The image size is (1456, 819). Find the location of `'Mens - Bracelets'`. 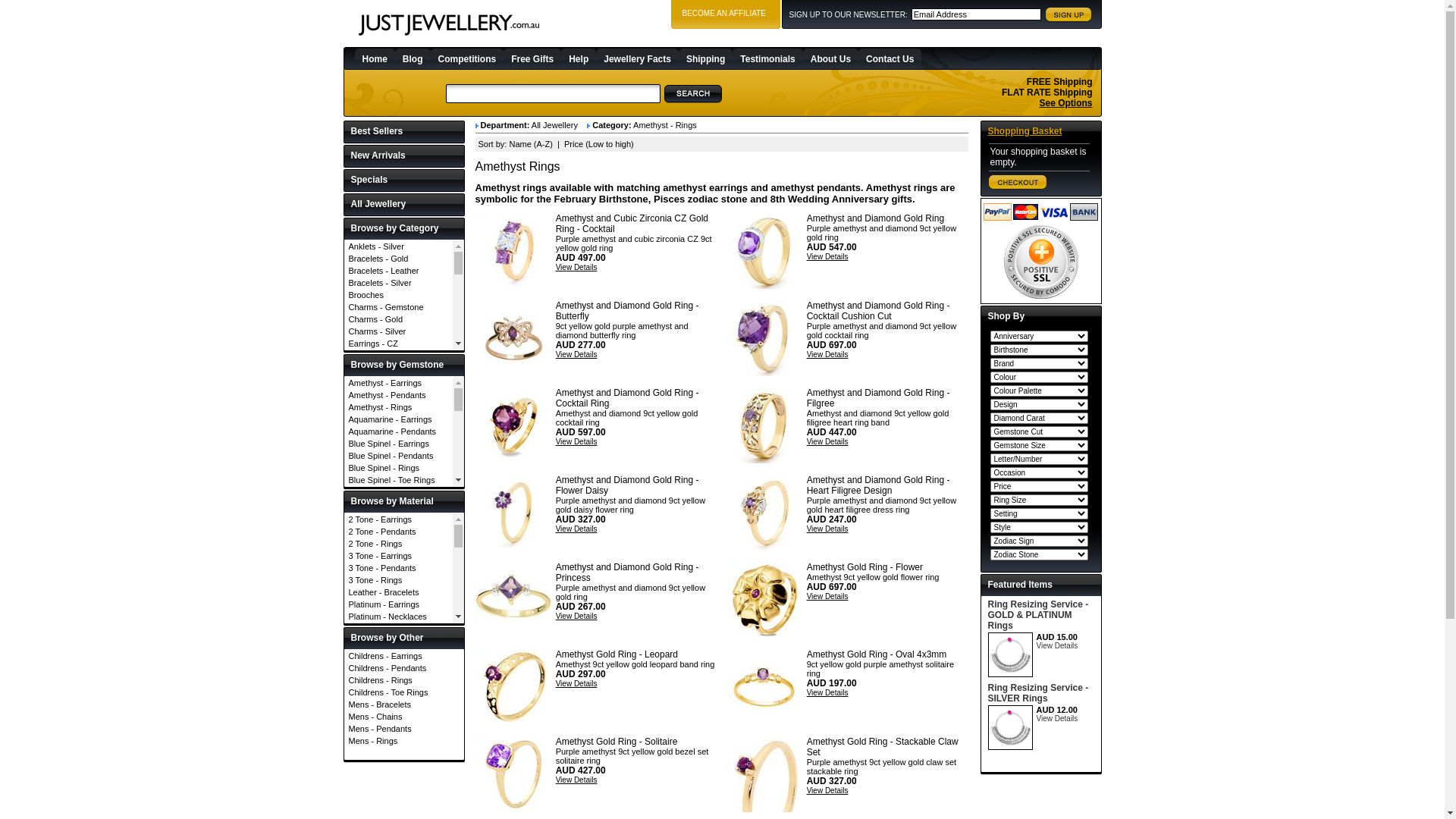

'Mens - Bracelets' is located at coordinates (403, 704).